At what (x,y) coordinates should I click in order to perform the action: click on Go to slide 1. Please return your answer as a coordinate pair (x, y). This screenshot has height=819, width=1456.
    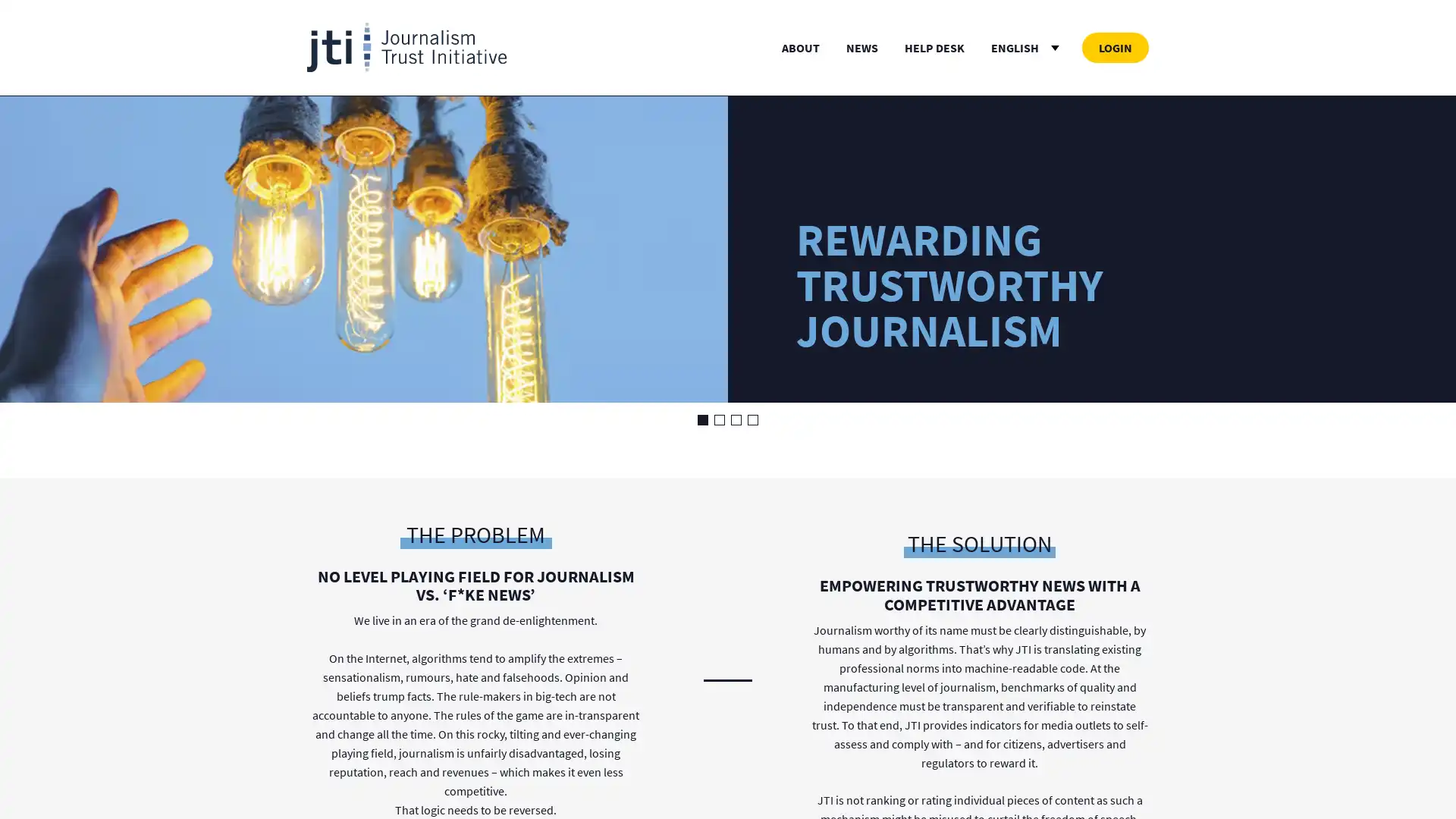
    Looking at the image, I should click on (701, 420).